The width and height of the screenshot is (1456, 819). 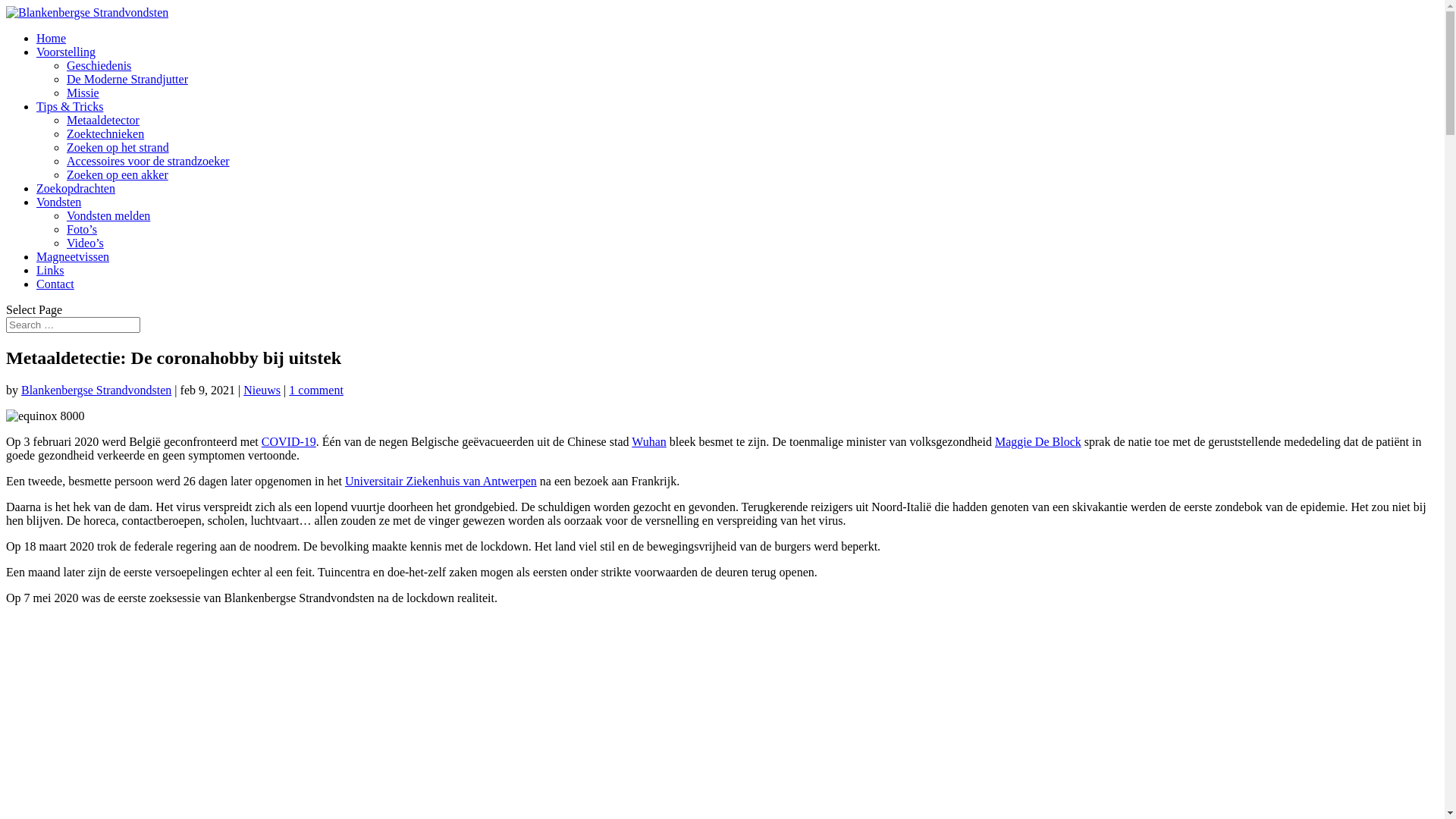 I want to click on 'Vondsten', so click(x=58, y=201).